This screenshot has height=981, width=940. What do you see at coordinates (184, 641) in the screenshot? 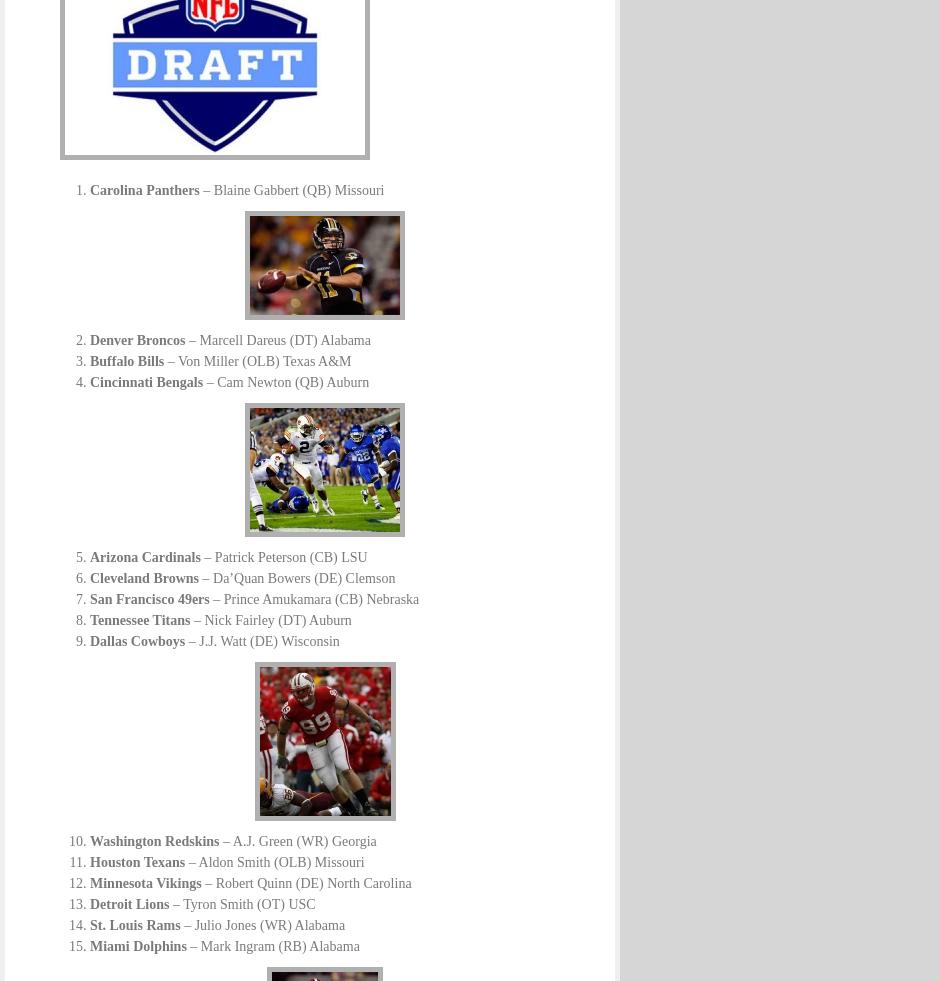
I see `'–	J.J. Watt (DE) Wisconsin'` at bounding box center [184, 641].